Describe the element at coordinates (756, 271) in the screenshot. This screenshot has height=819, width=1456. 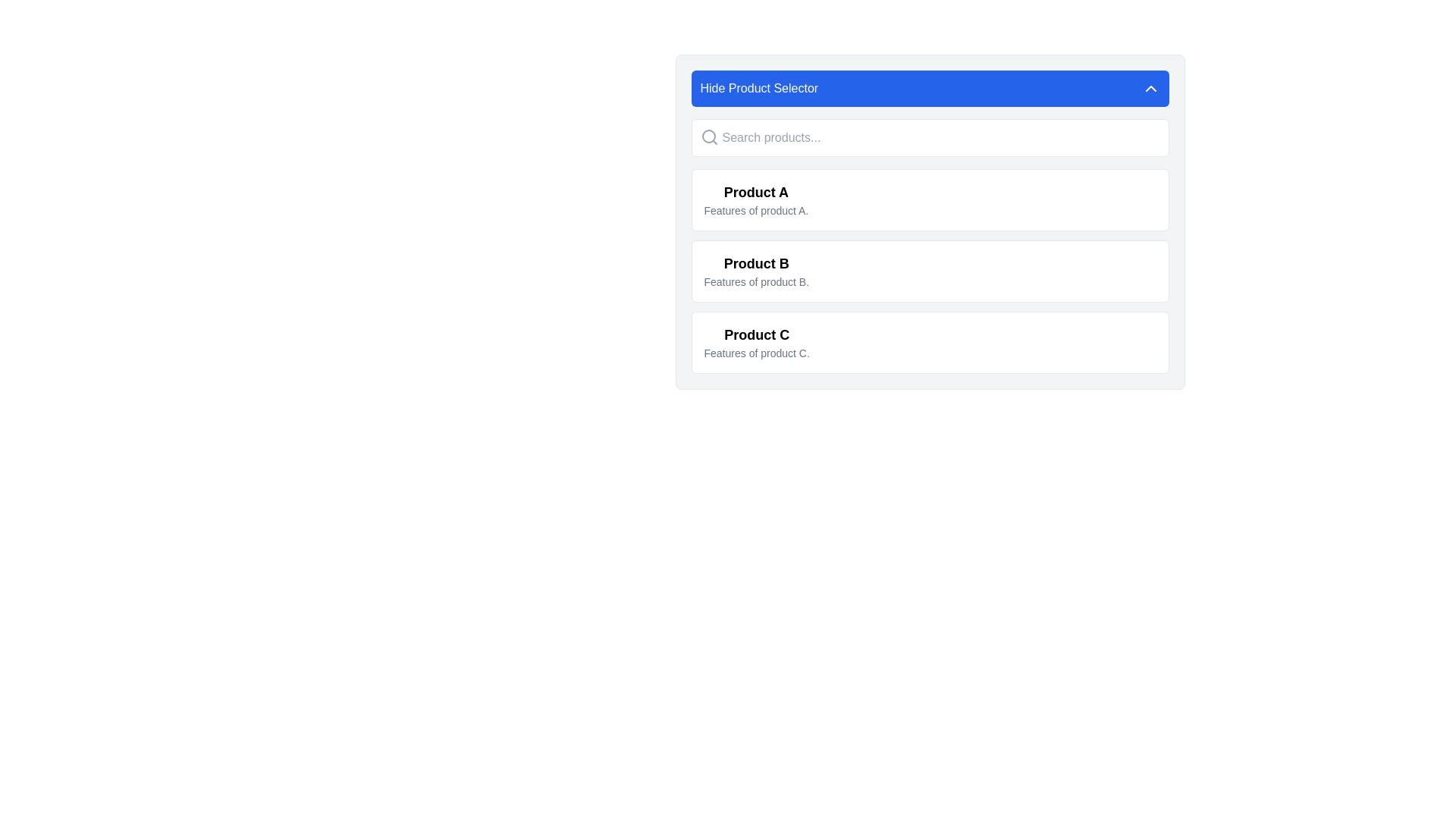
I see `to select the 'Product B' text block, which contains a bold title and description, positioned between 'Product A' and 'Product C' in the detailed list` at that location.